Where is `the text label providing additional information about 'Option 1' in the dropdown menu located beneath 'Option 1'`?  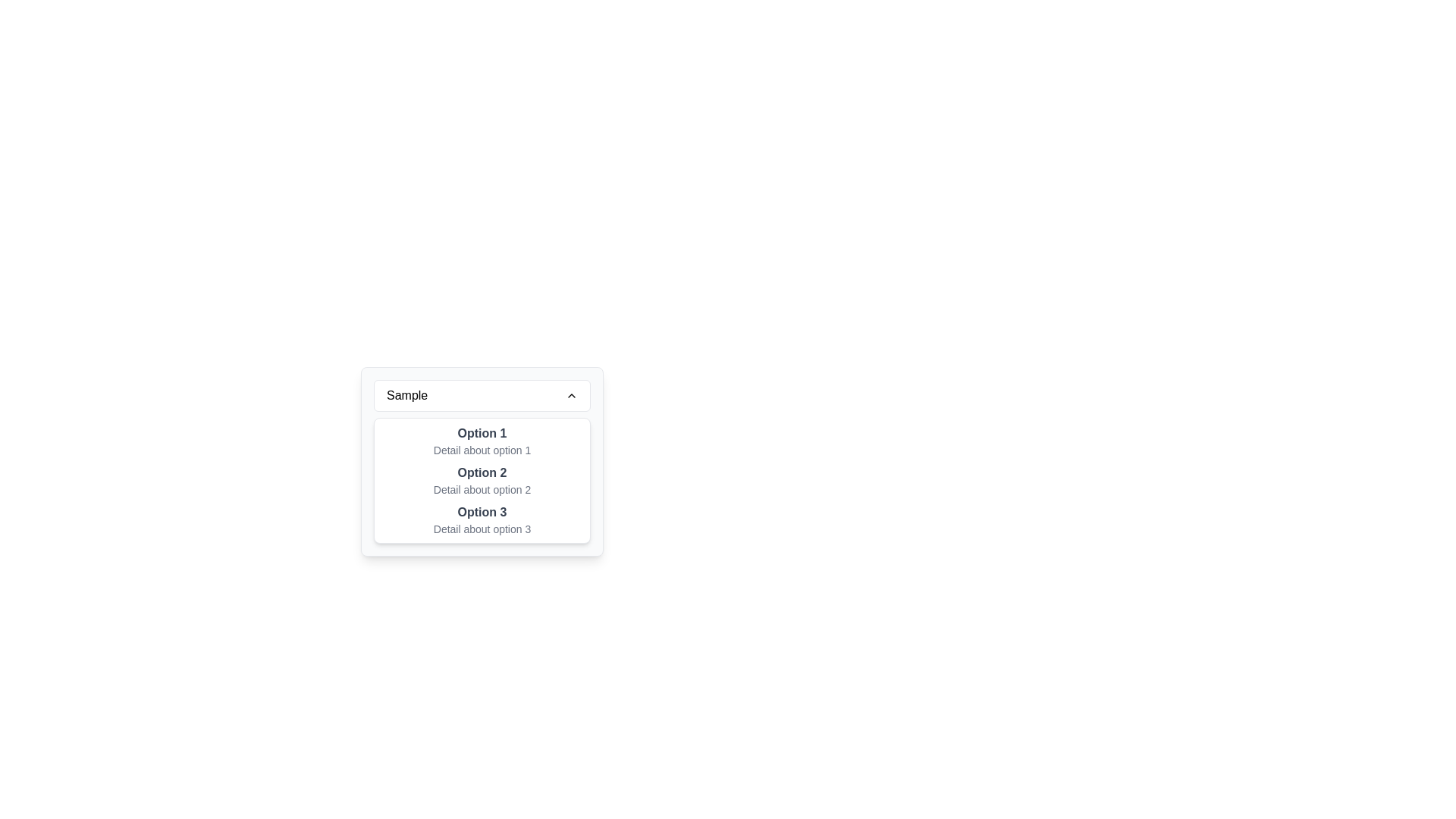
the text label providing additional information about 'Option 1' in the dropdown menu located beneath 'Option 1' is located at coordinates (481, 450).